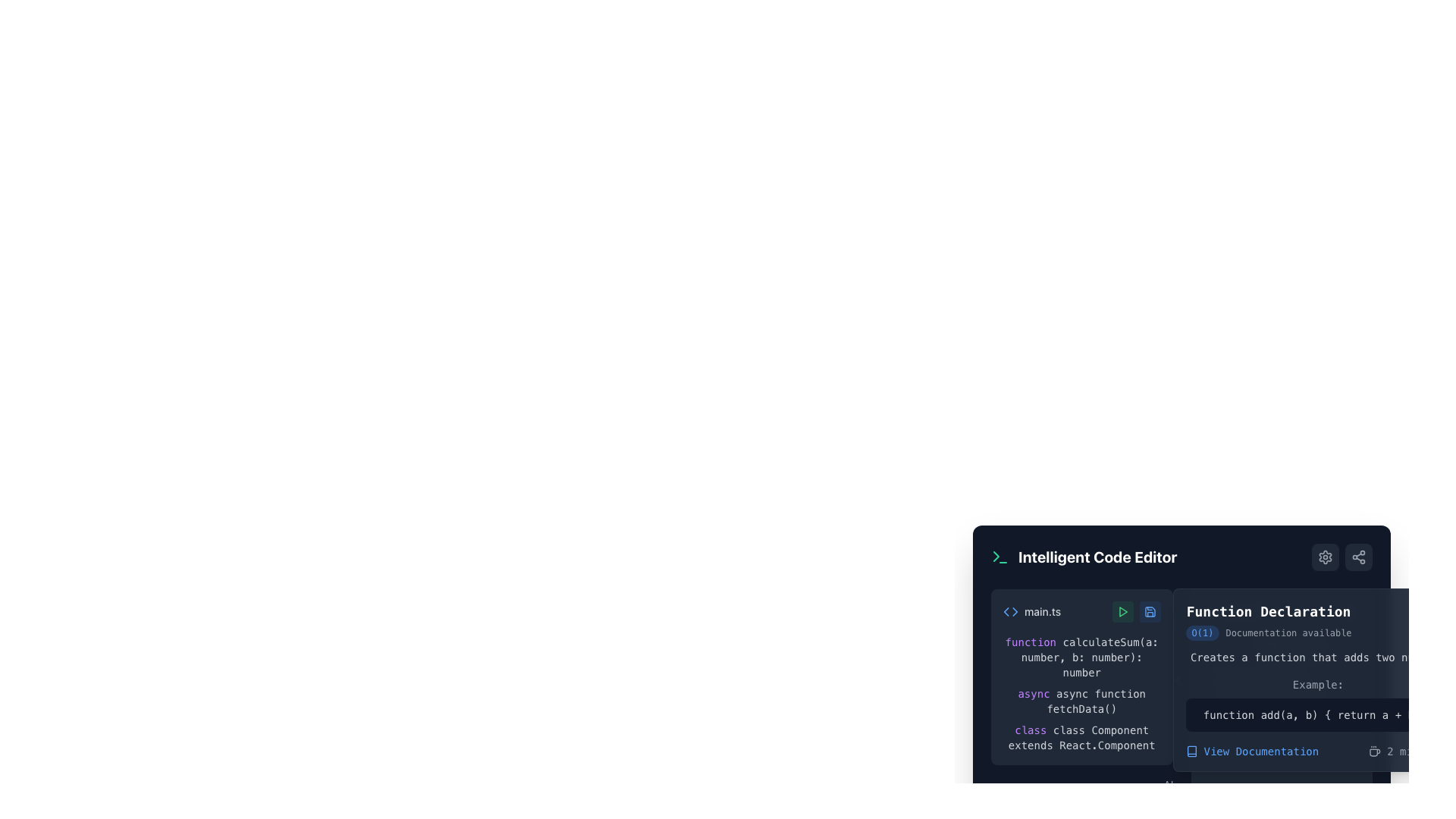 The height and width of the screenshot is (819, 1456). What do you see at coordinates (1317, 714) in the screenshot?
I see `example JavaScript function text content located within a dark gray rounded rectangle on the right side of the interface` at bounding box center [1317, 714].